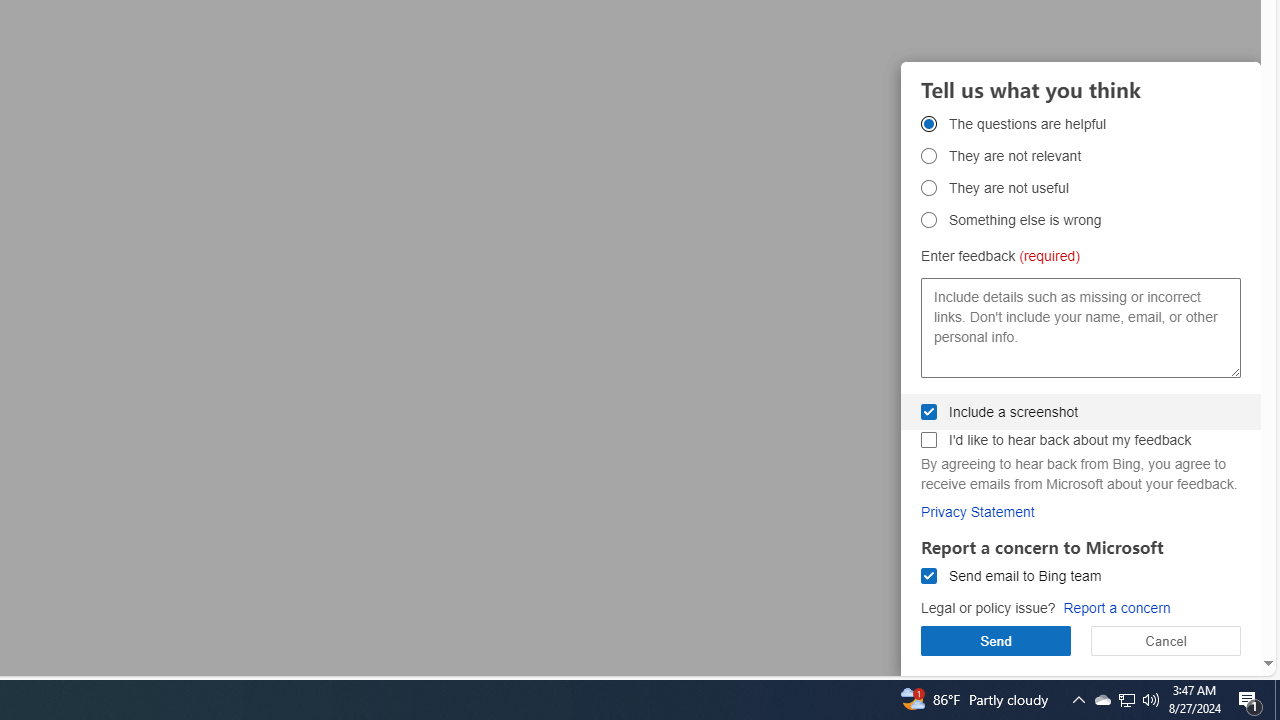 Image resolution: width=1280 pixels, height=720 pixels. What do you see at coordinates (928, 410) in the screenshot?
I see `'Include a screenshot Include a screenshot'` at bounding box center [928, 410].